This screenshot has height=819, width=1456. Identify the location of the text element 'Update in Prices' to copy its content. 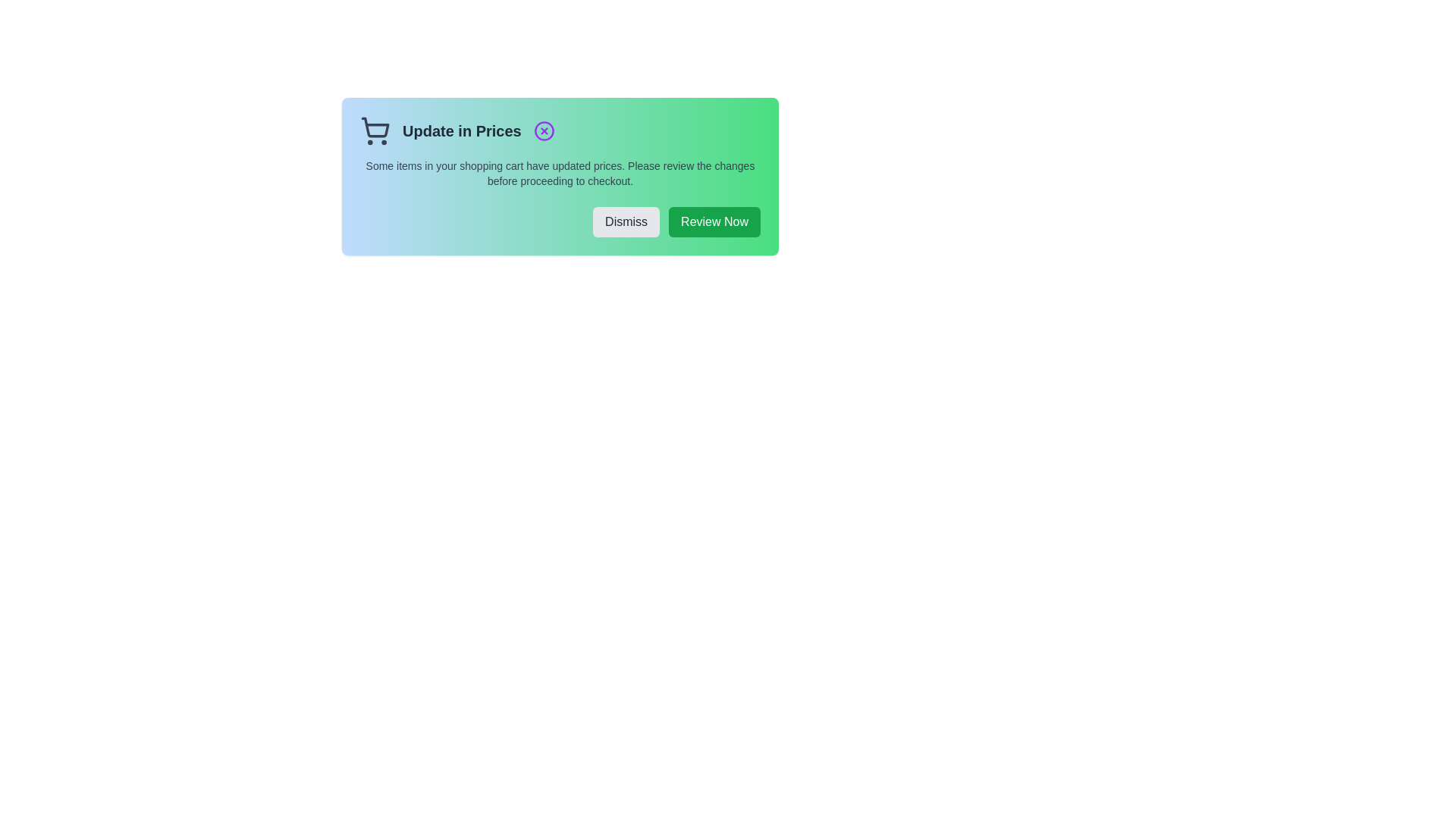
(560, 130).